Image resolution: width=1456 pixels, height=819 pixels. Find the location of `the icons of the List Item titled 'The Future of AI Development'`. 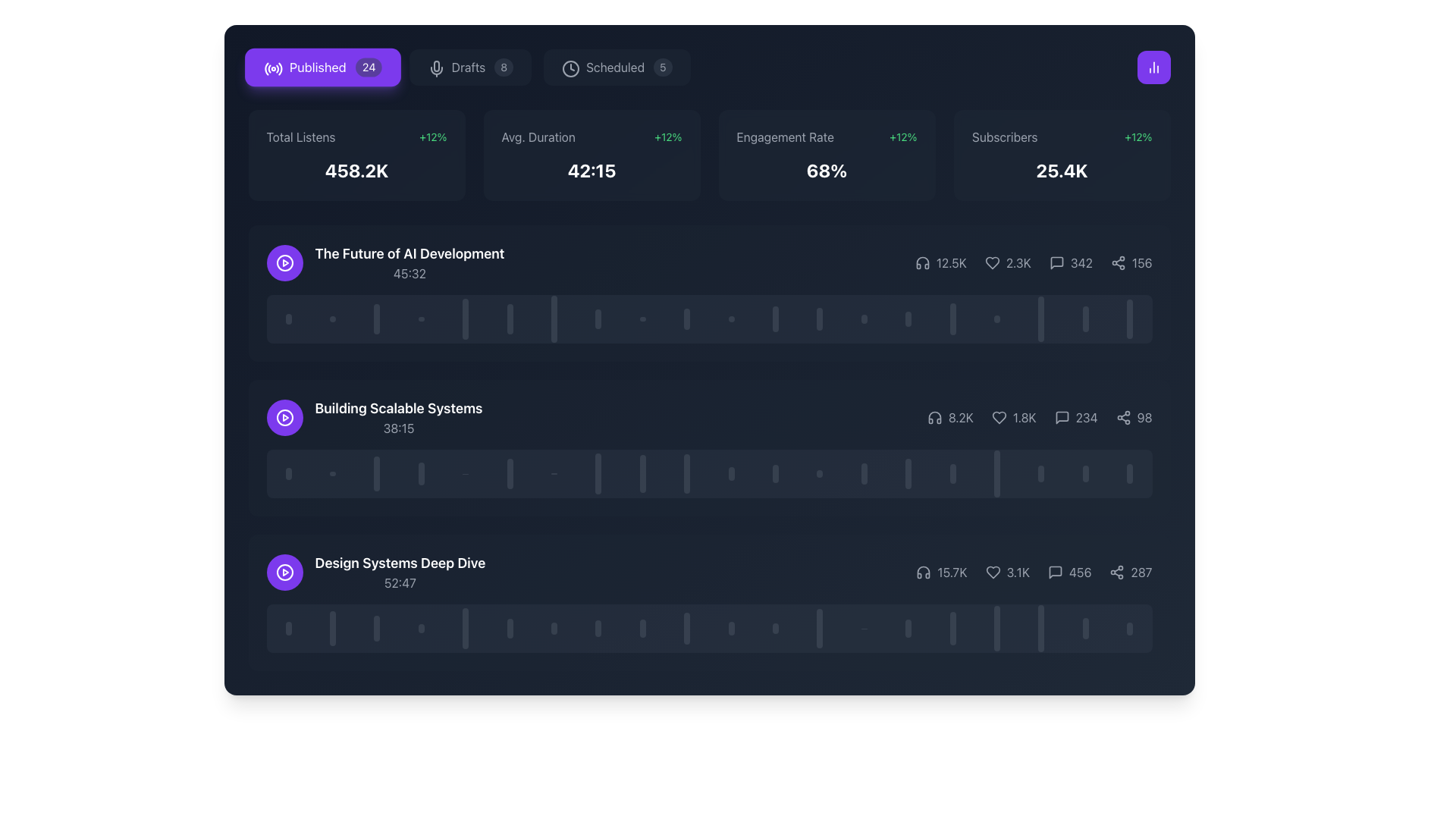

the icons of the List Item titled 'The Future of AI Development' is located at coordinates (708, 262).